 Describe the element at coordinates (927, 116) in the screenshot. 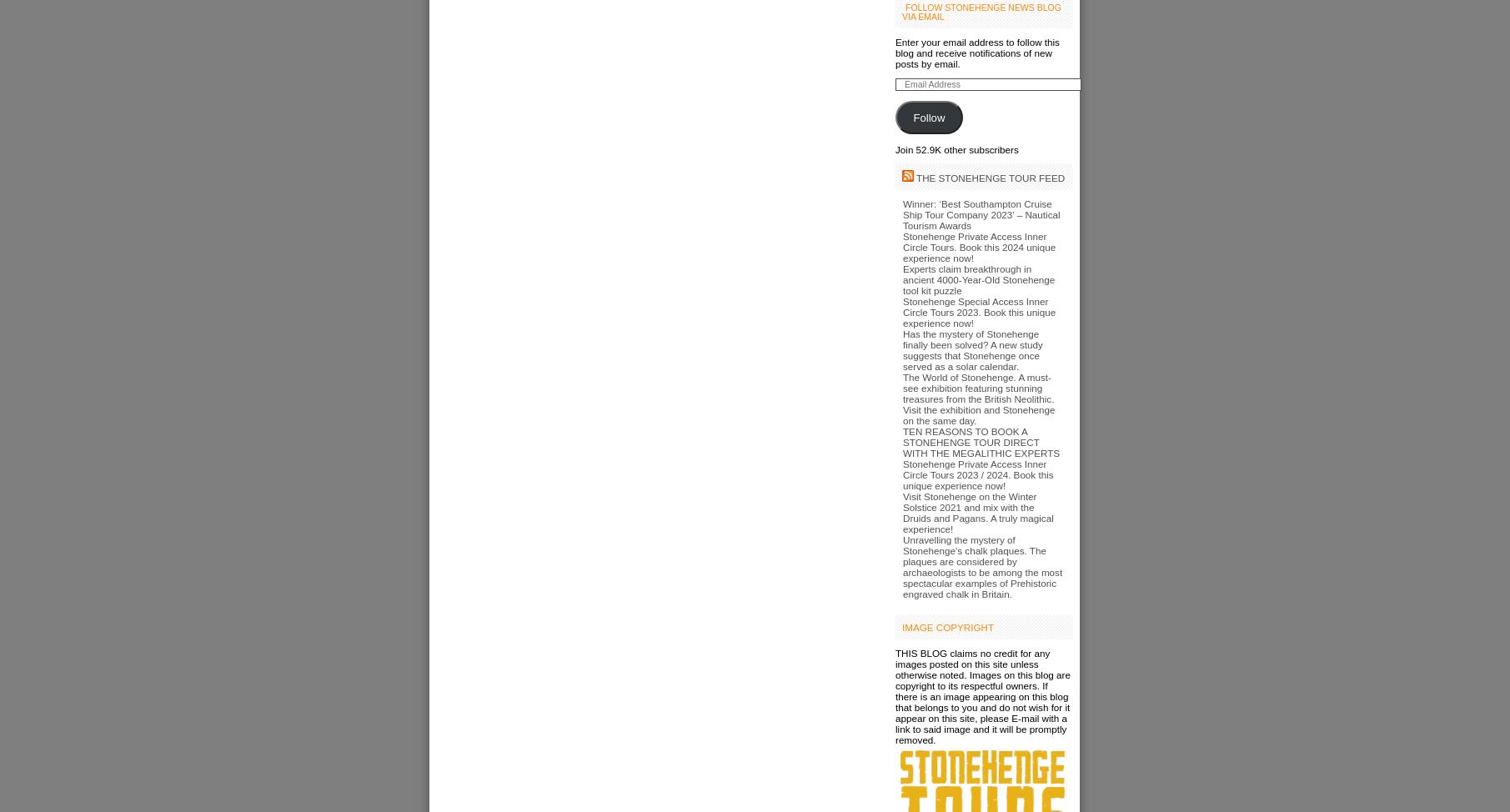

I see `'Follow'` at that location.